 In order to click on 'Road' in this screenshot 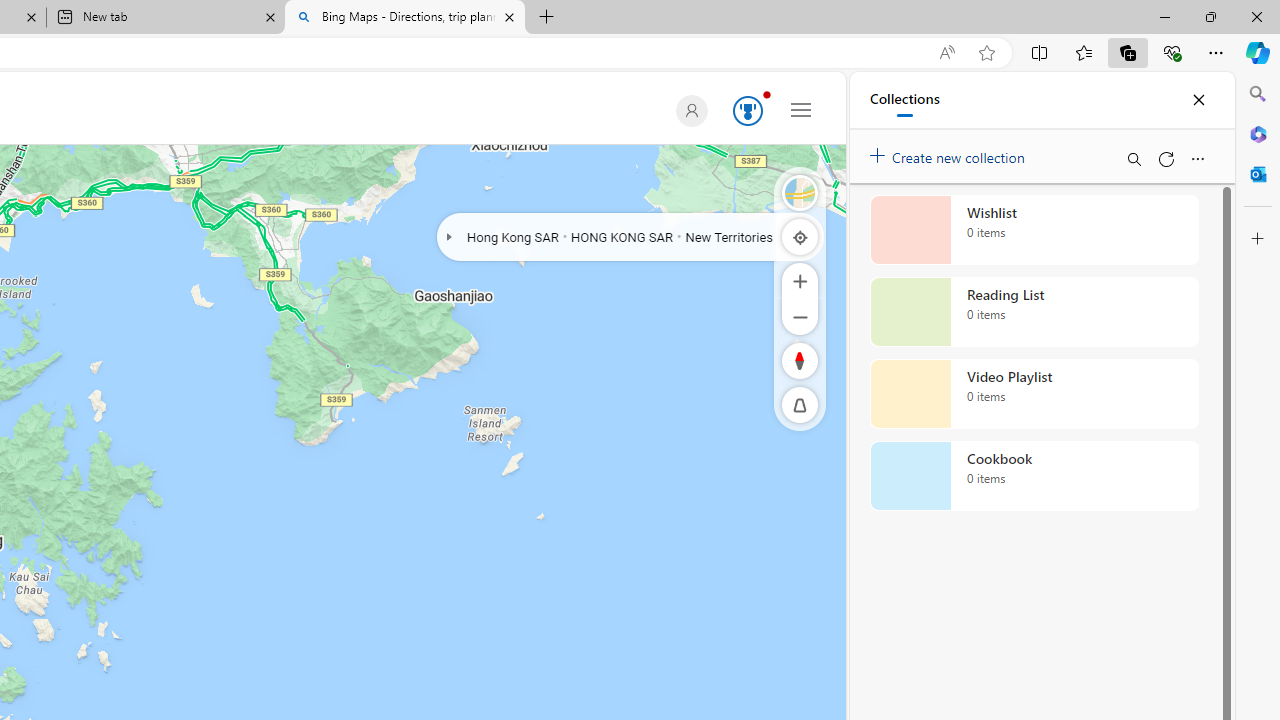, I will do `click(800, 192)`.